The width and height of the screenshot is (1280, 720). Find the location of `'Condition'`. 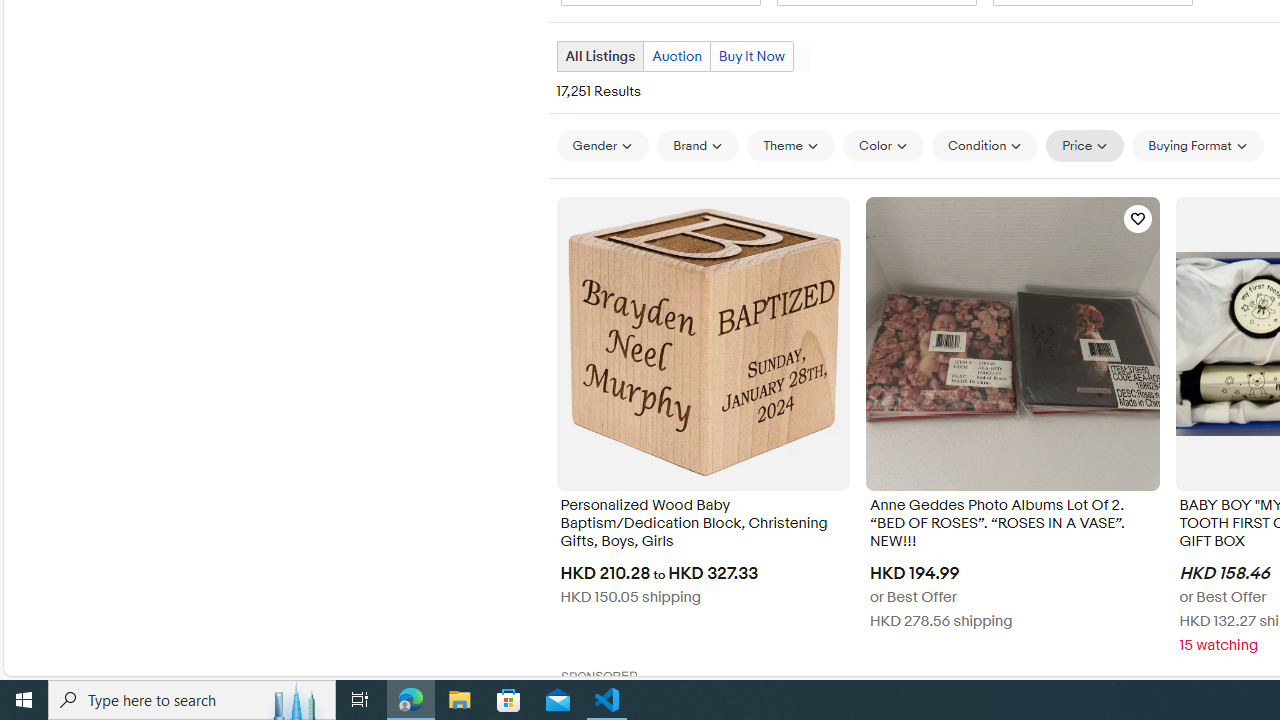

'Condition' is located at coordinates (984, 145).